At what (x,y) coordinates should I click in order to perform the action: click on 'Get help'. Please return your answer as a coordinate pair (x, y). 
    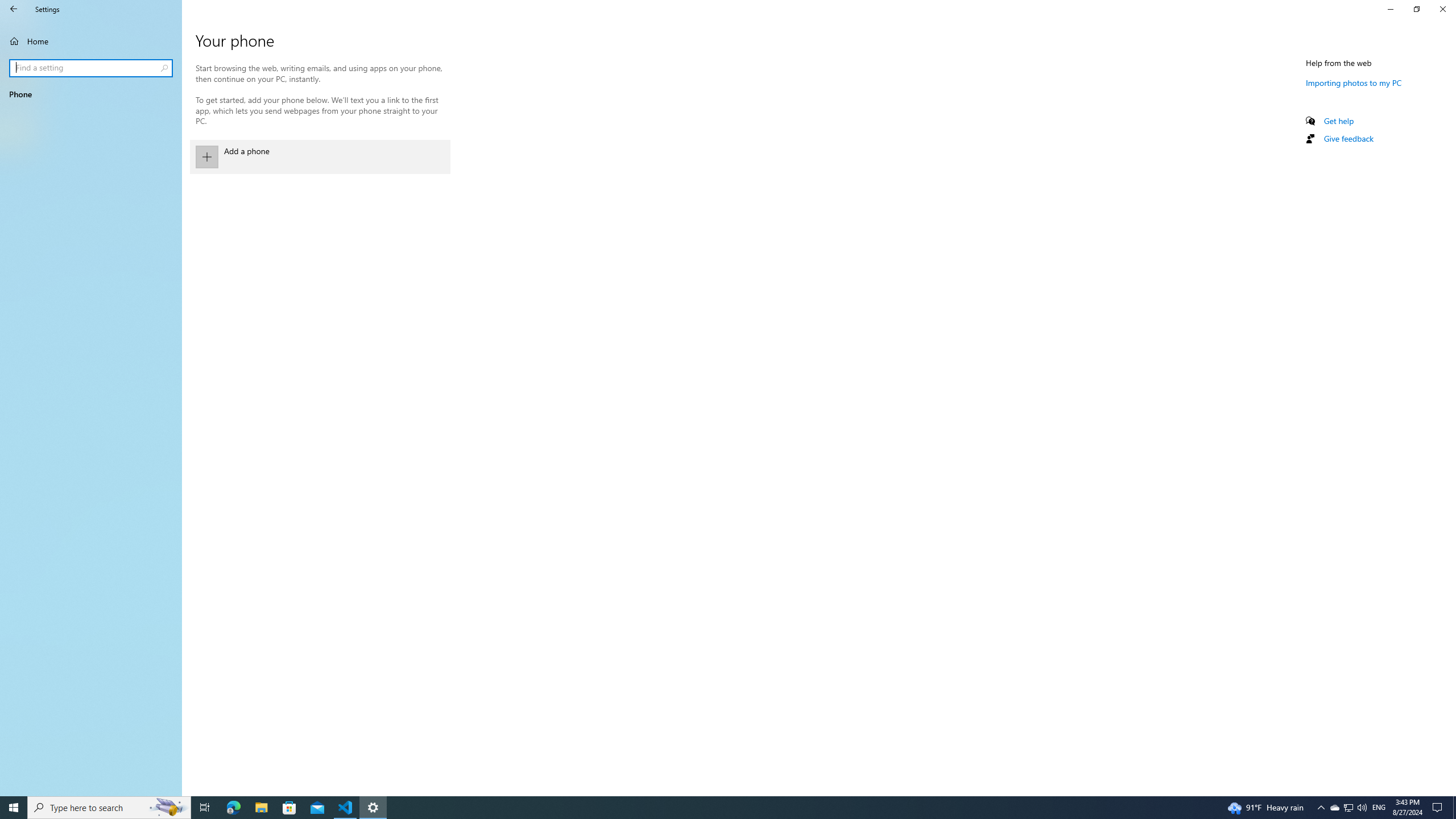
    Looking at the image, I should click on (1338, 120).